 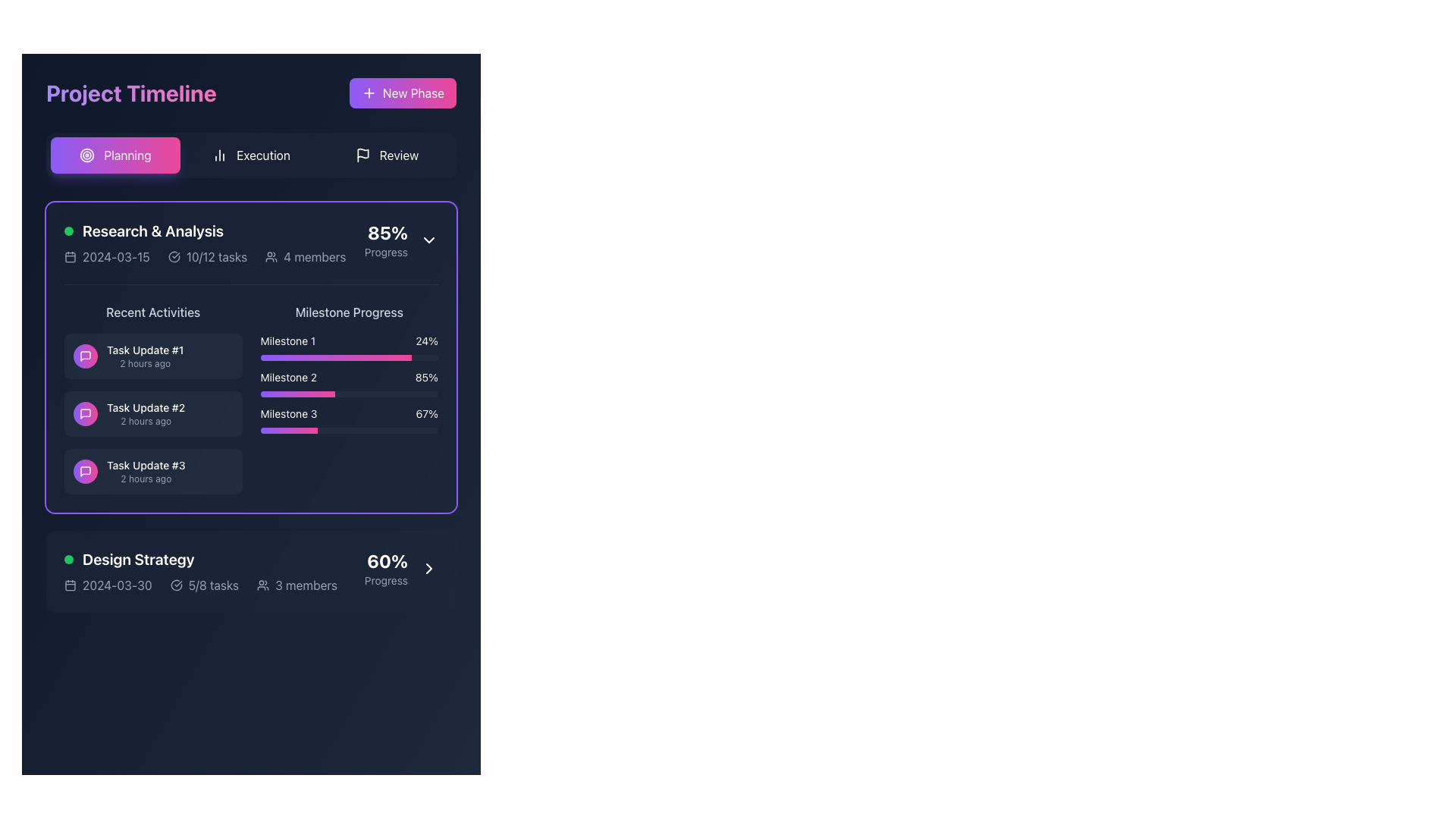 What do you see at coordinates (86, 155) in the screenshot?
I see `the second concentric circle of the 'lucide-target' SVG icon located in the 'Planning' tab, which is a non-interactive Circular SVG element` at bounding box center [86, 155].